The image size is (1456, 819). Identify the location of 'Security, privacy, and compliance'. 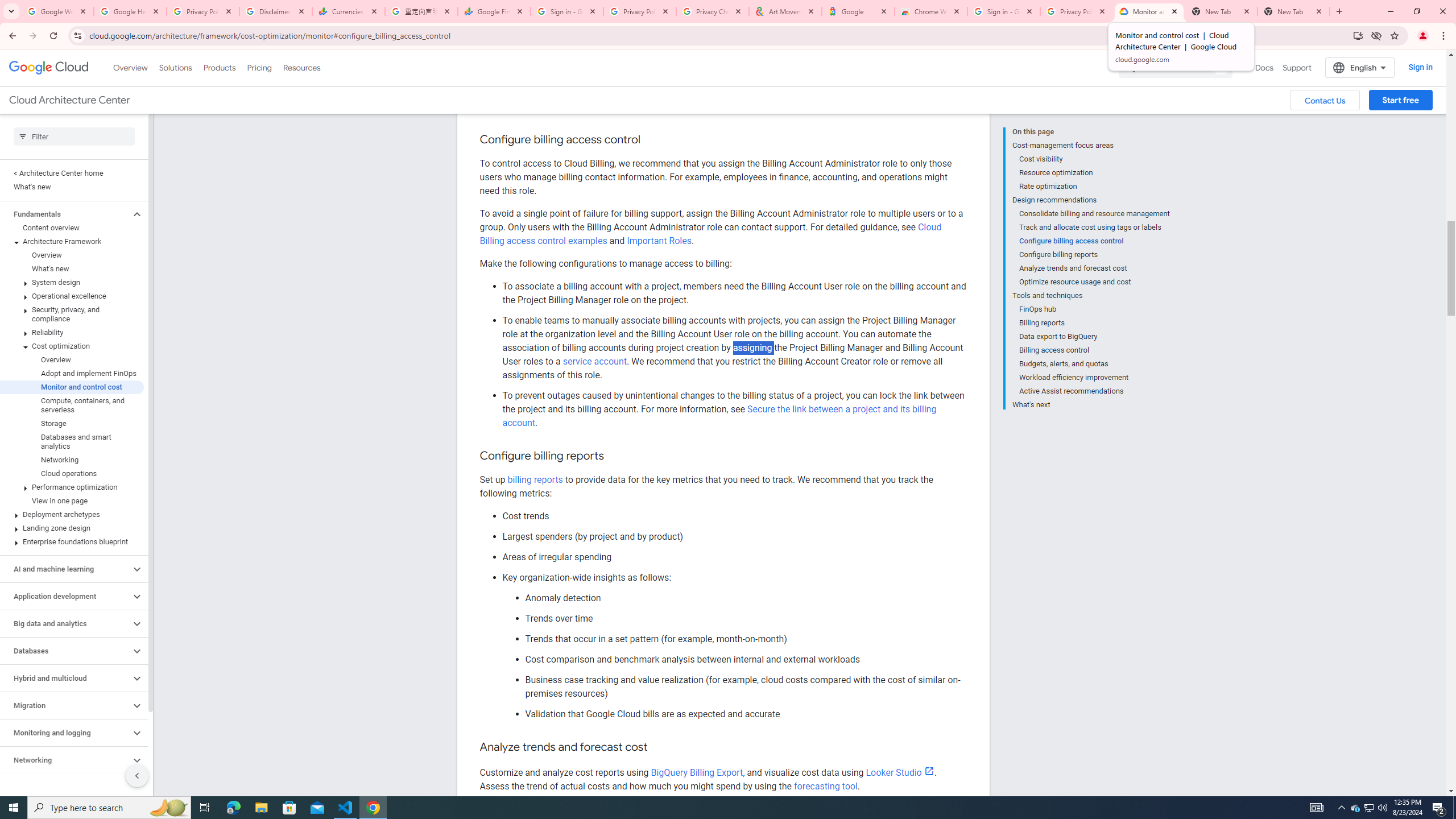
(72, 313).